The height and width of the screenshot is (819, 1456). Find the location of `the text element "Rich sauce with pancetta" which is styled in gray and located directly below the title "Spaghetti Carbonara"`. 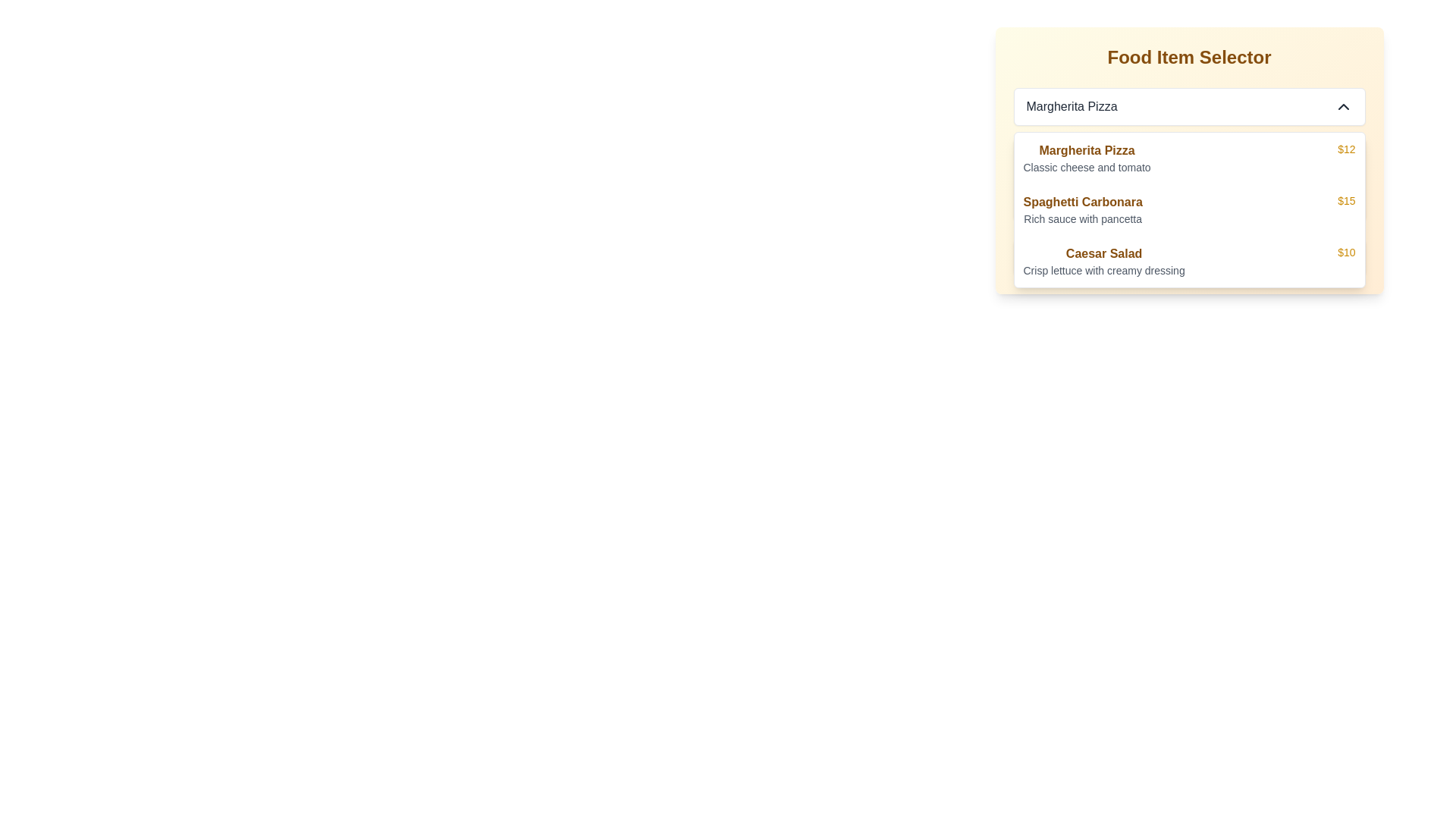

the text element "Rich sauce with pancetta" which is styled in gray and located directly below the title "Spaghetti Carbonara" is located at coordinates (1082, 219).